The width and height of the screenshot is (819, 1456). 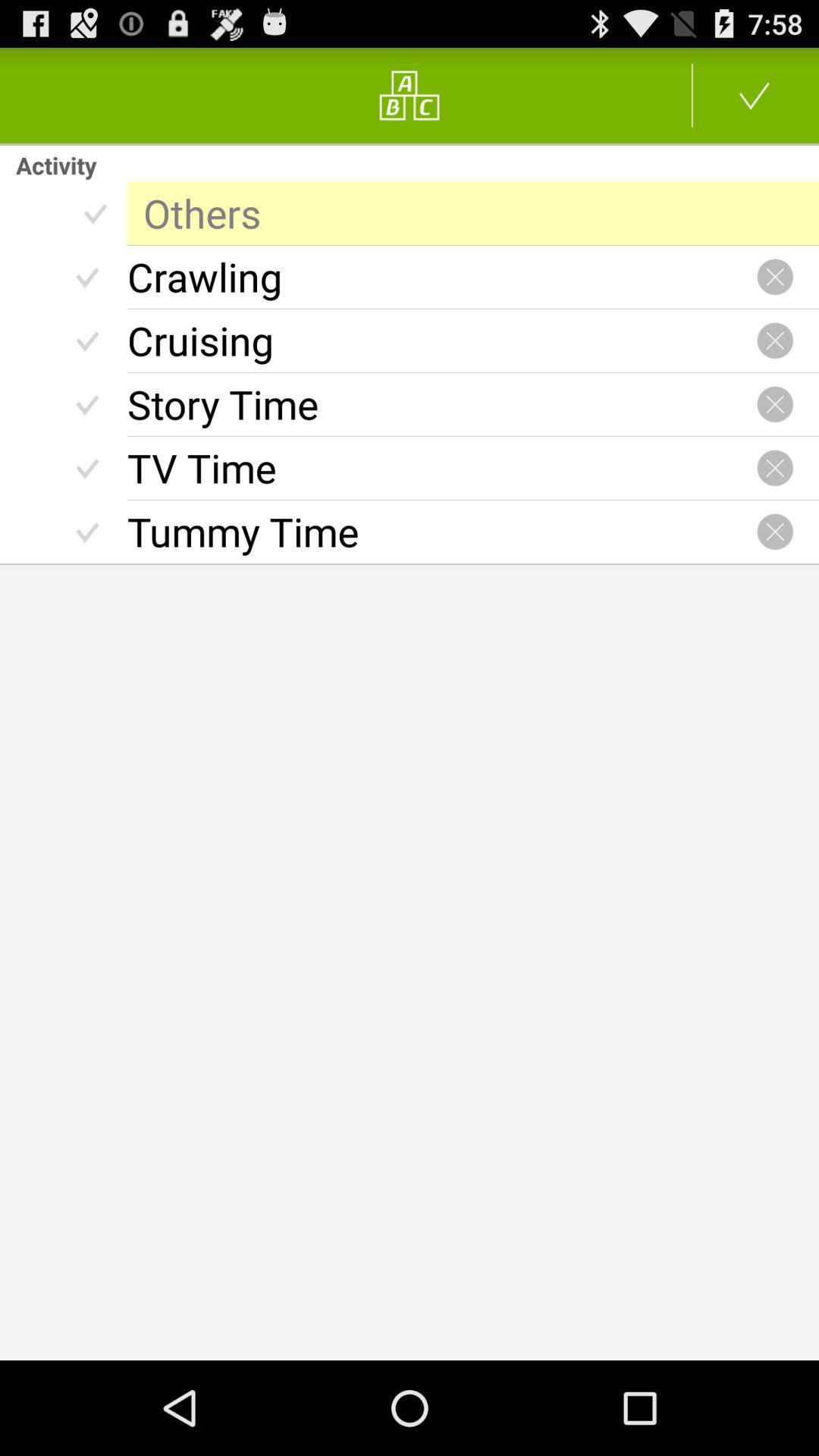 I want to click on delete activity, so click(x=775, y=277).